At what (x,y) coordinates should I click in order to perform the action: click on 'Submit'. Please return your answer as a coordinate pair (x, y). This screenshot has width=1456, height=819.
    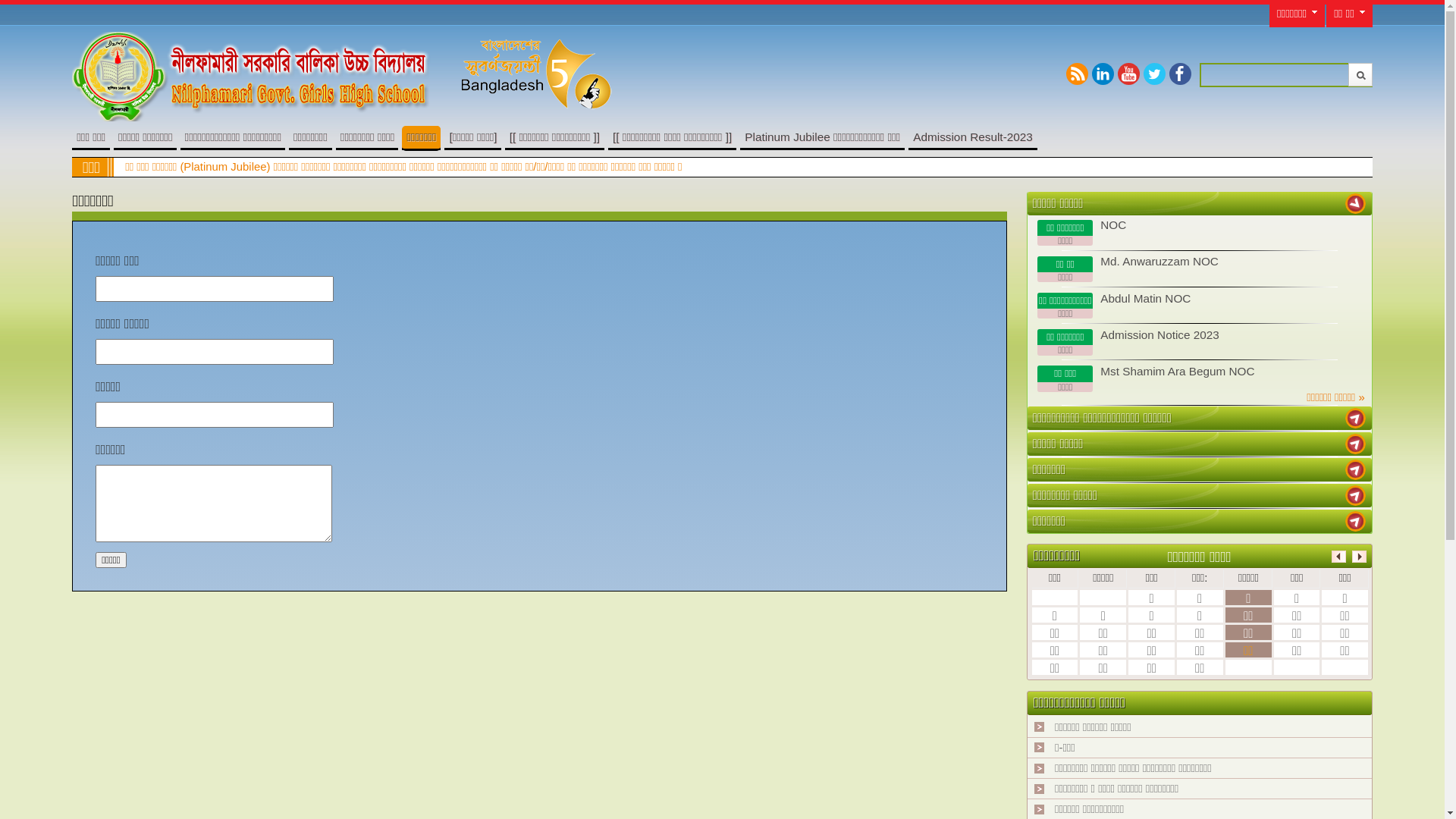
    Looking at the image, I should click on (1360, 74).